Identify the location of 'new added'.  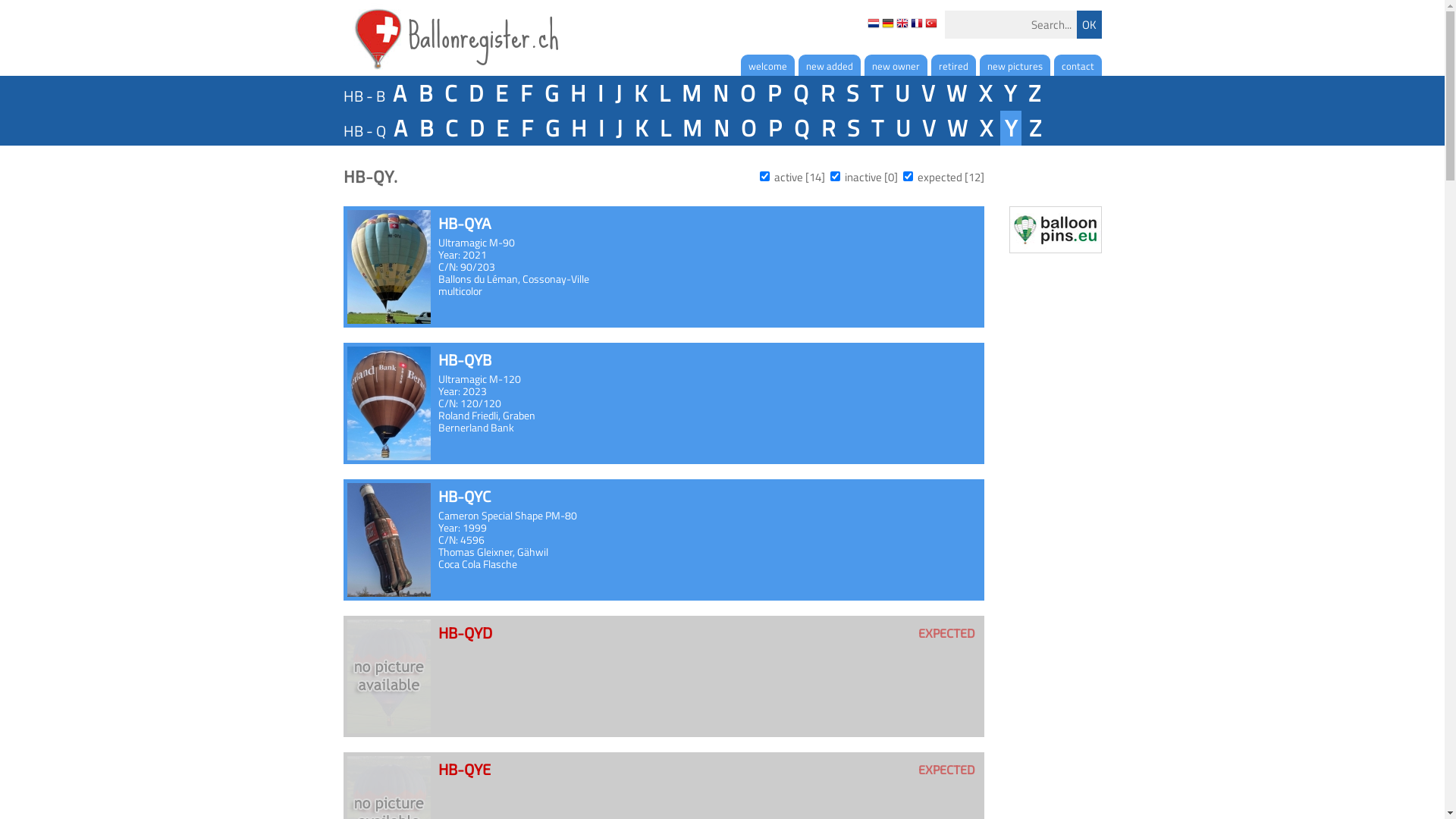
(828, 64).